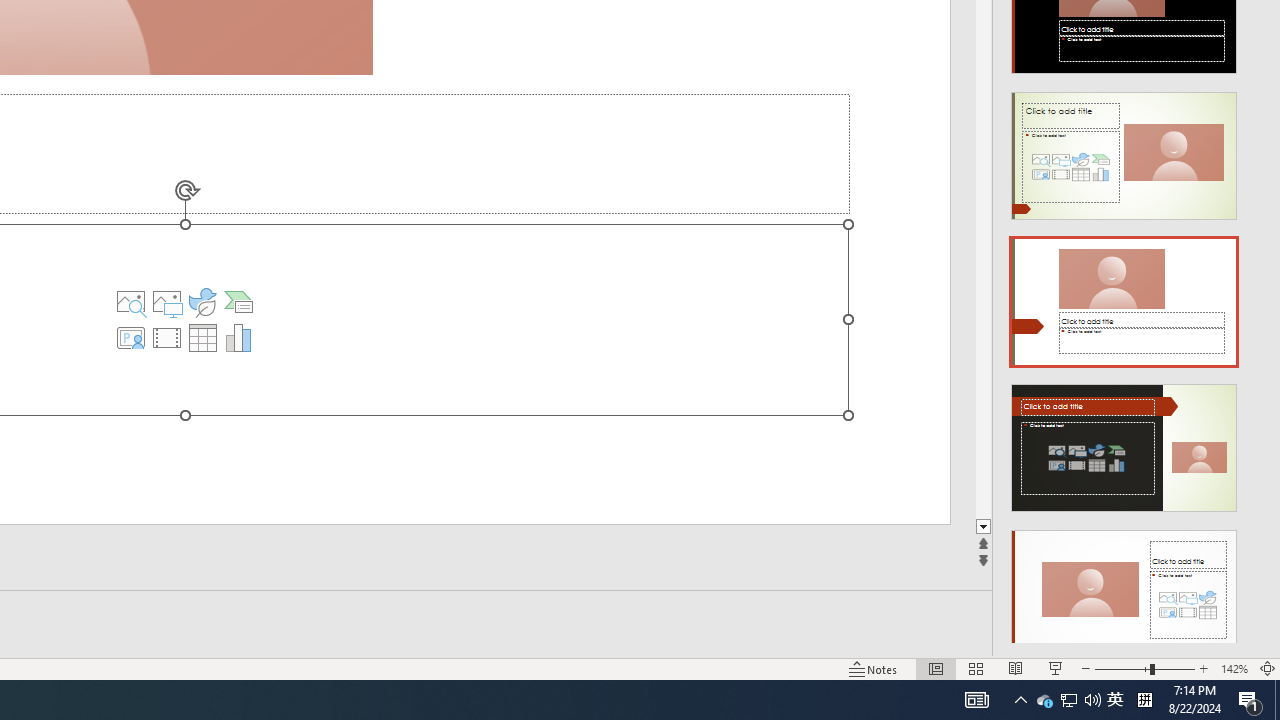 The image size is (1280, 720). What do you see at coordinates (1250, 698) in the screenshot?
I see `'Action Center, 1 new notification'` at bounding box center [1250, 698].